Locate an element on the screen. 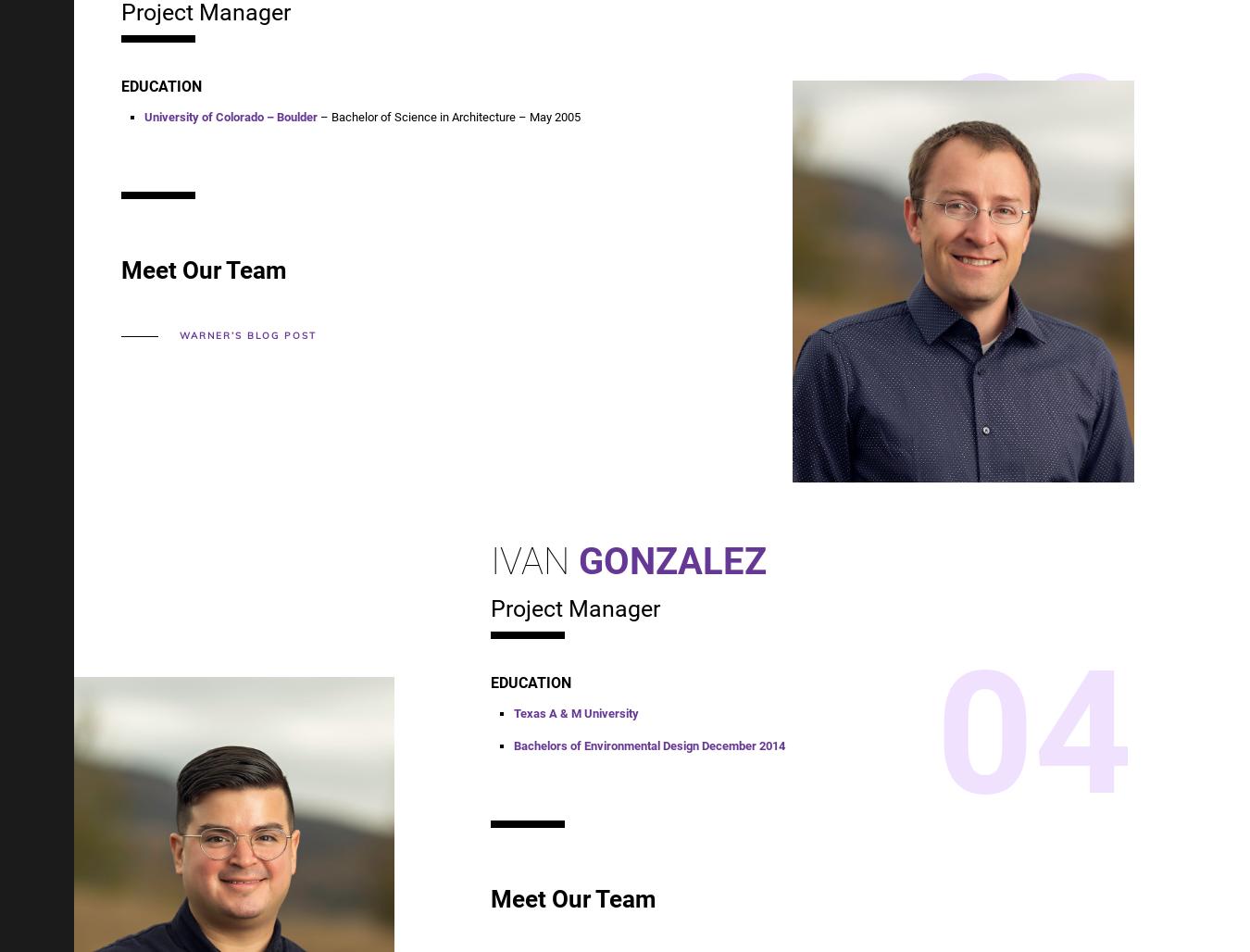  '03' is located at coordinates (1033, 136).